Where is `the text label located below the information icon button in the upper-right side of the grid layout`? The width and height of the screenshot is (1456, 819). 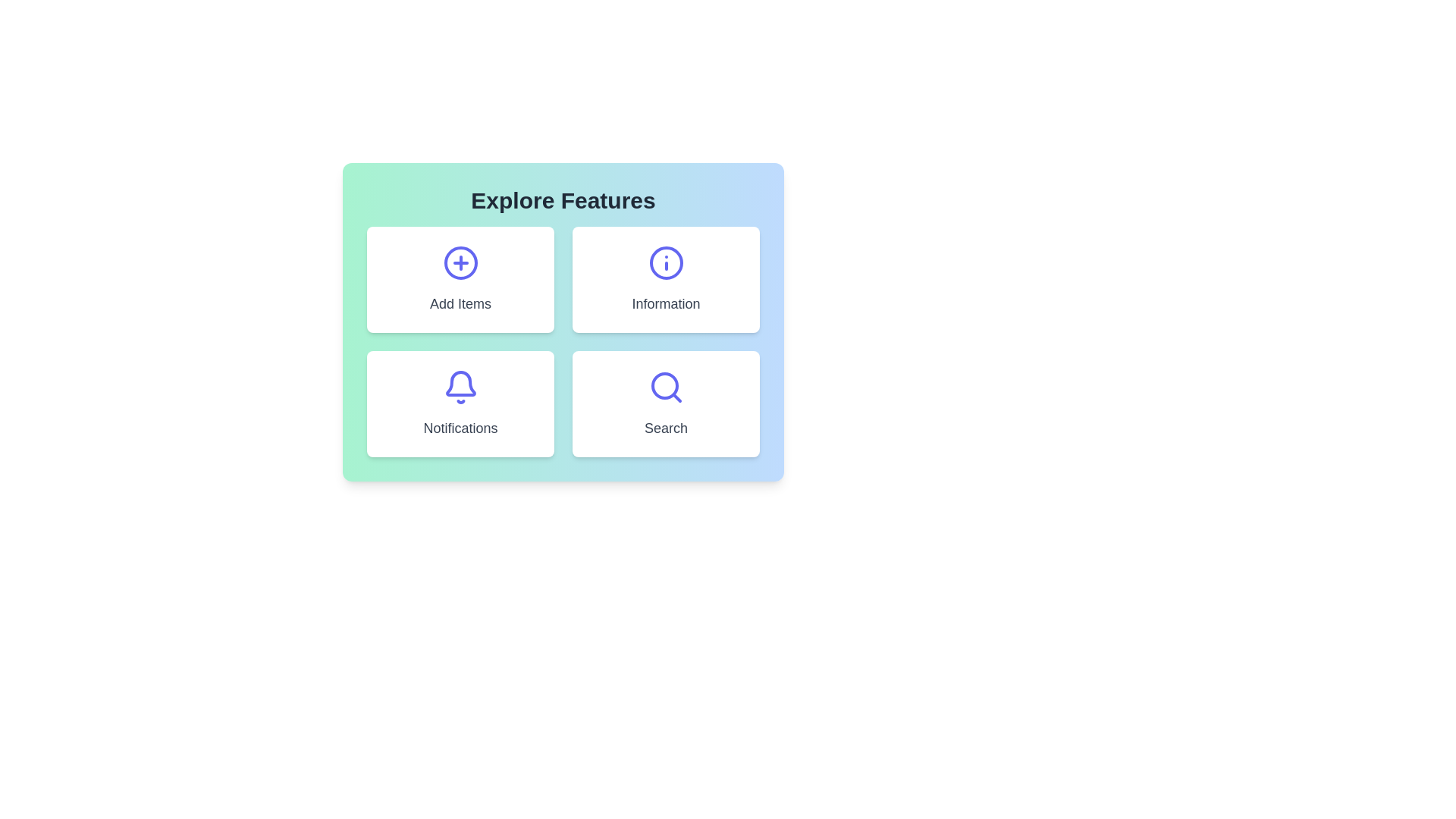 the text label located below the information icon button in the upper-right side of the grid layout is located at coordinates (666, 304).